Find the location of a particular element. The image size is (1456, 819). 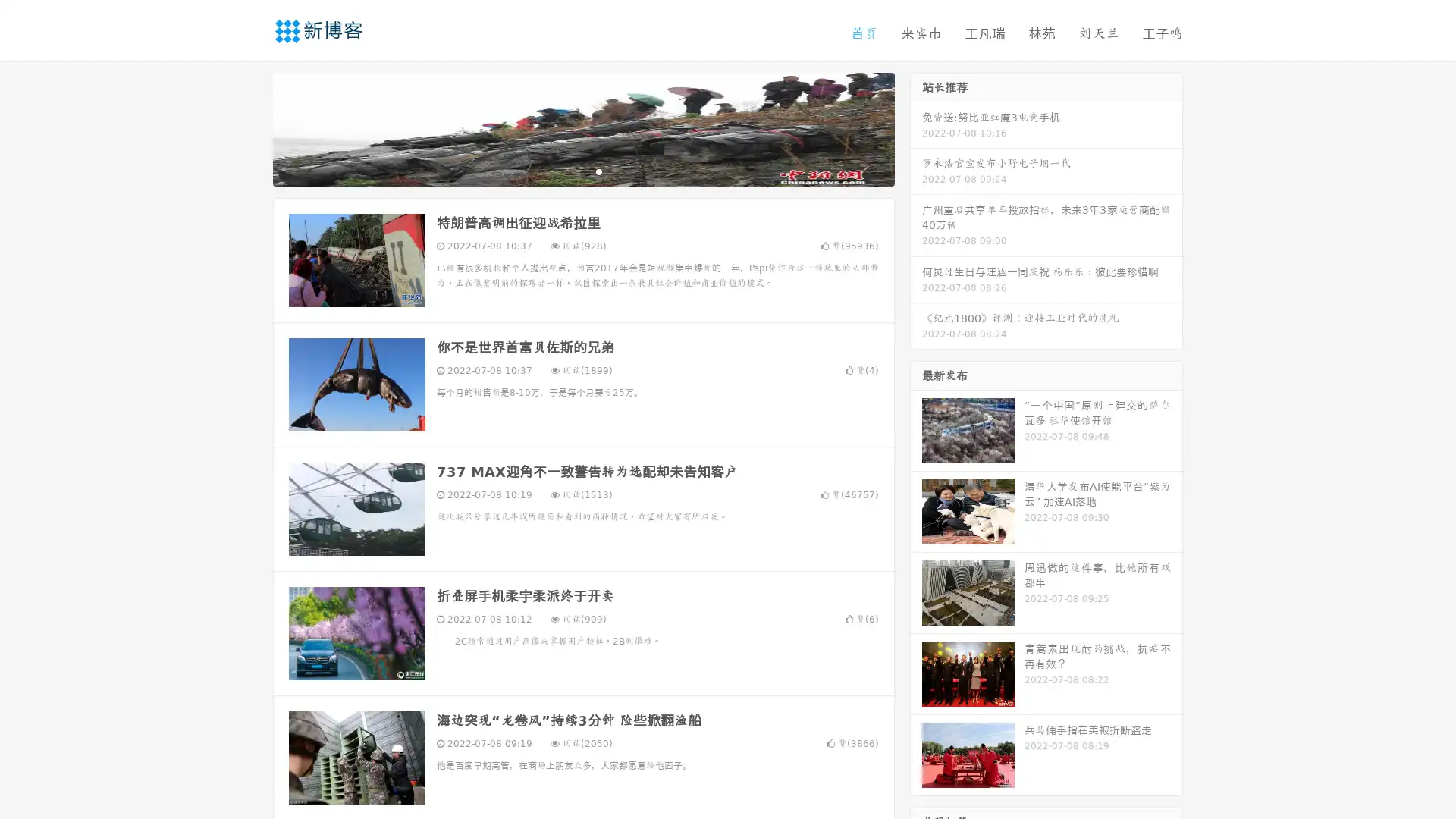

Go to slide 2 is located at coordinates (582, 171).